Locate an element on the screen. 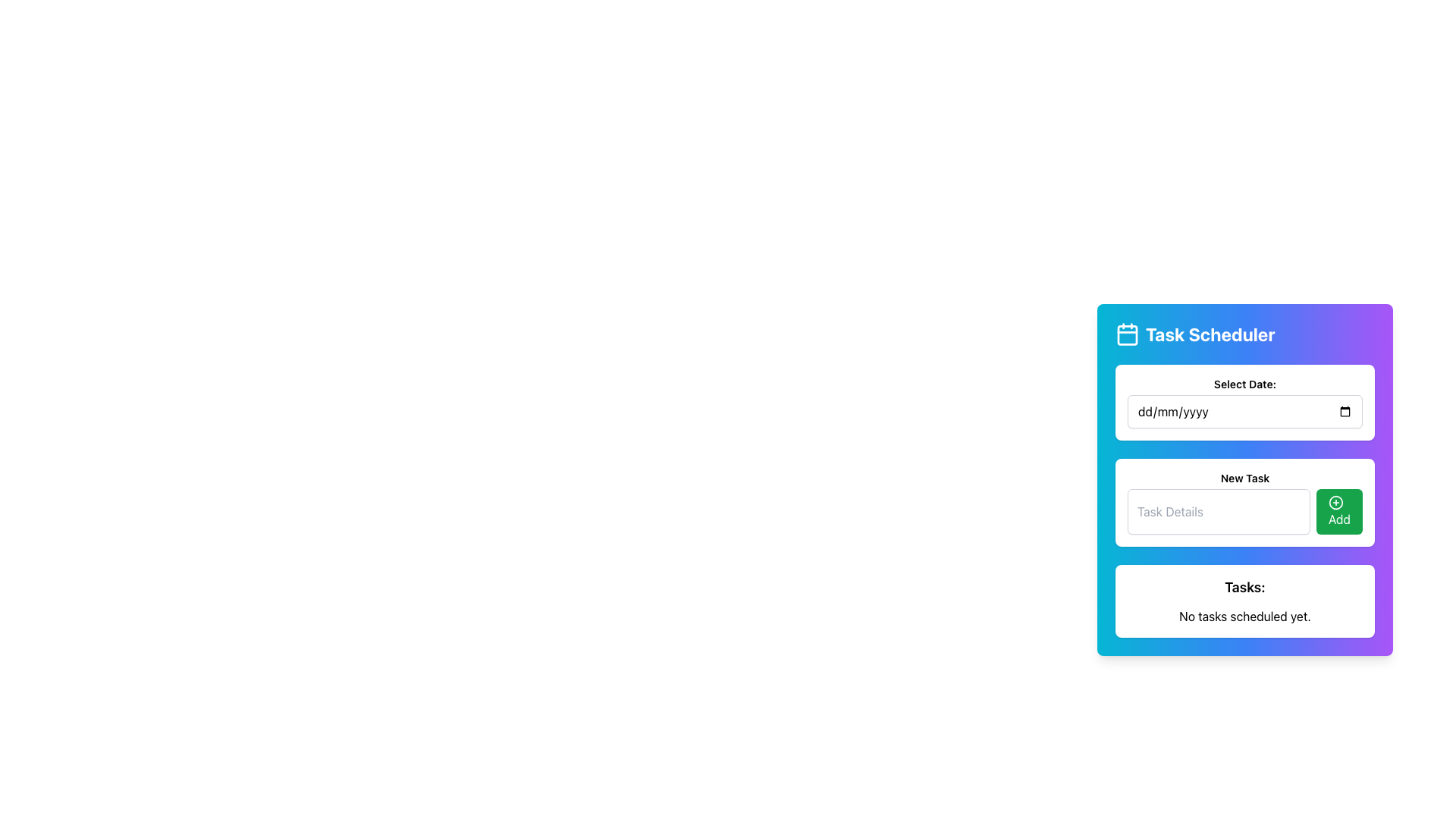 This screenshot has height=819, width=1456. the Informational panel that displays 'Tasks:' and 'No tasks scheduled yet.' is located at coordinates (1244, 601).